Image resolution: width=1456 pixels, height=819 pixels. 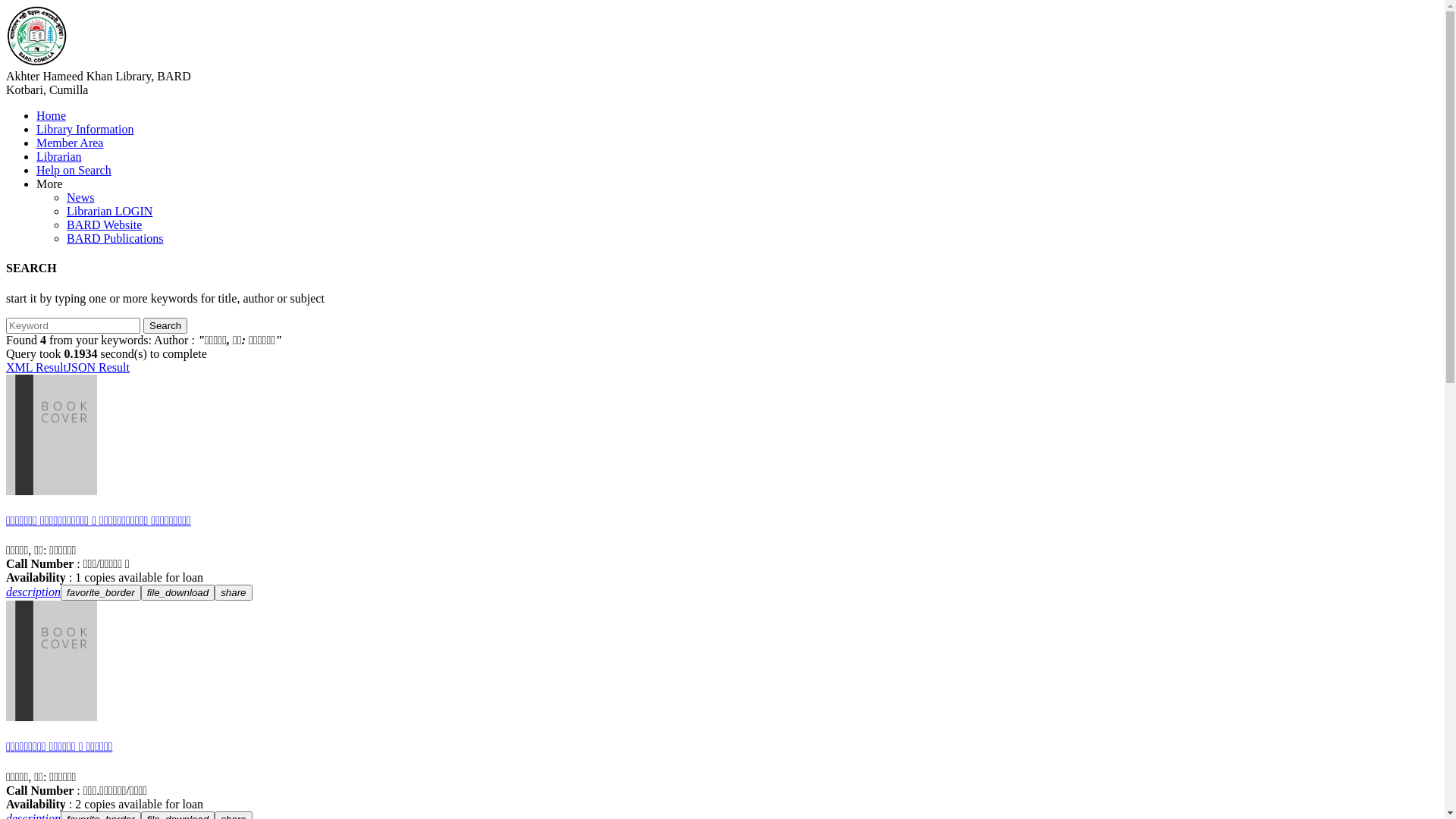 What do you see at coordinates (141, 591) in the screenshot?
I see `'file_download'` at bounding box center [141, 591].